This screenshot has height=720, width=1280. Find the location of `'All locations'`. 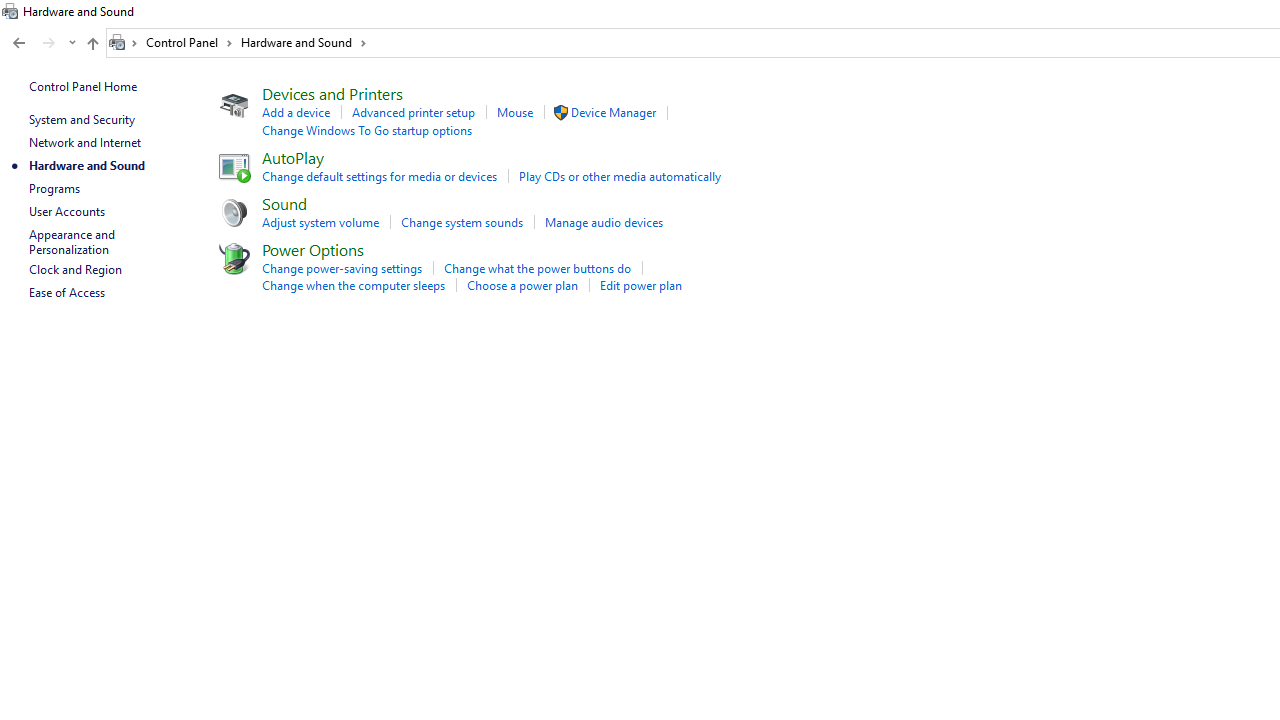

'All locations' is located at coordinates (123, 42).